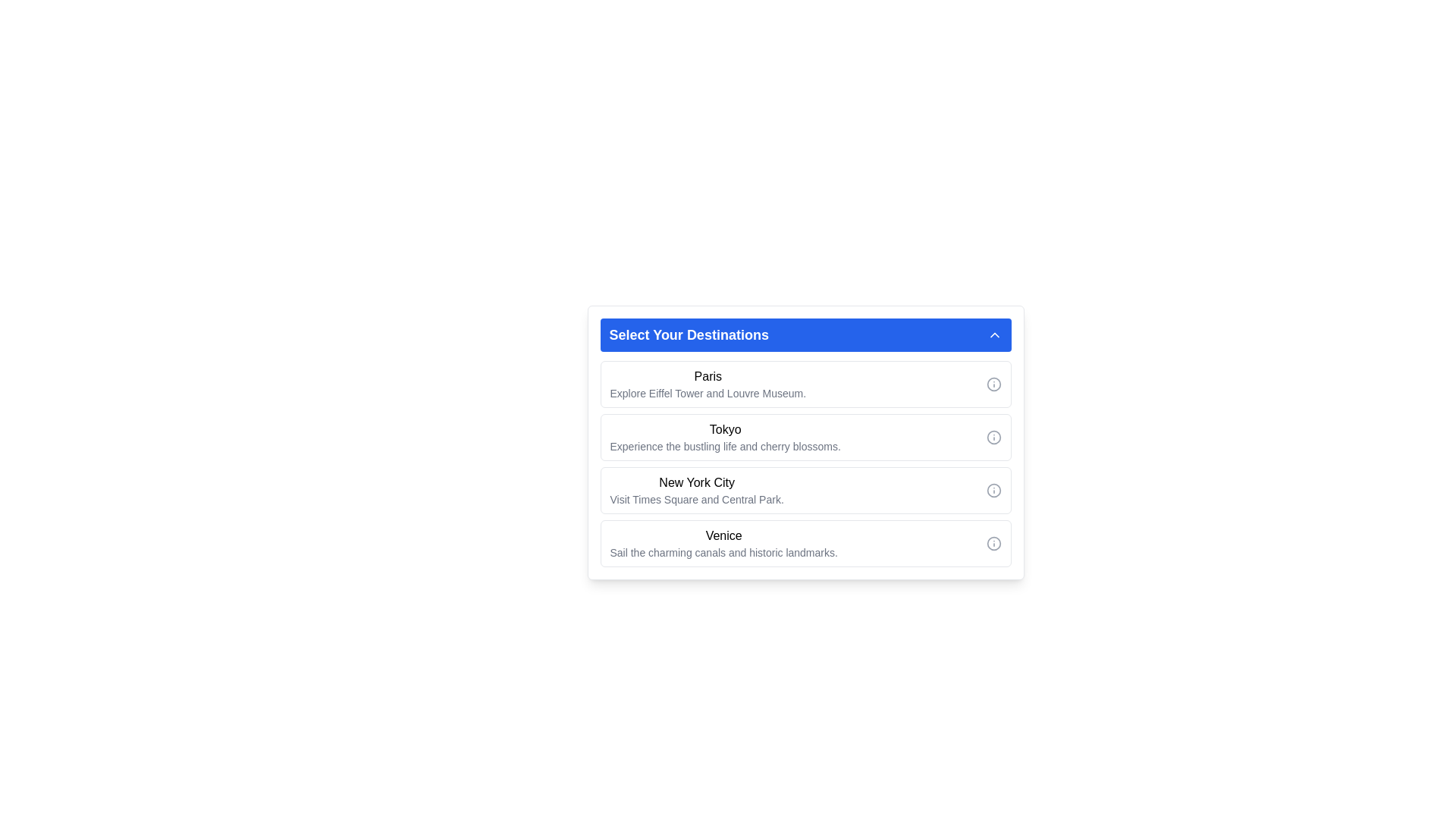  What do you see at coordinates (993, 383) in the screenshot?
I see `the circle shape within the SVG element that indicates status or information, located near the top-right of the 'Paris' section` at bounding box center [993, 383].